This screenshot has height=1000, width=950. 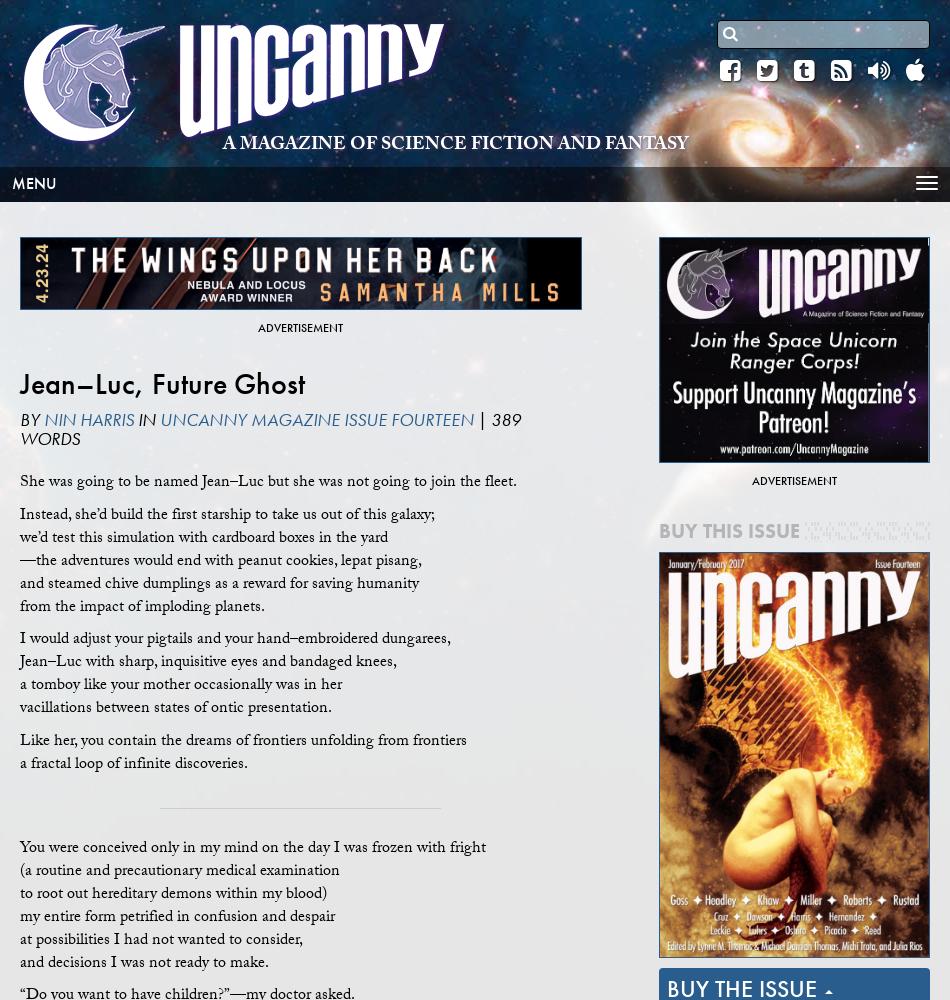 What do you see at coordinates (728, 531) in the screenshot?
I see `'Buy This Issue'` at bounding box center [728, 531].